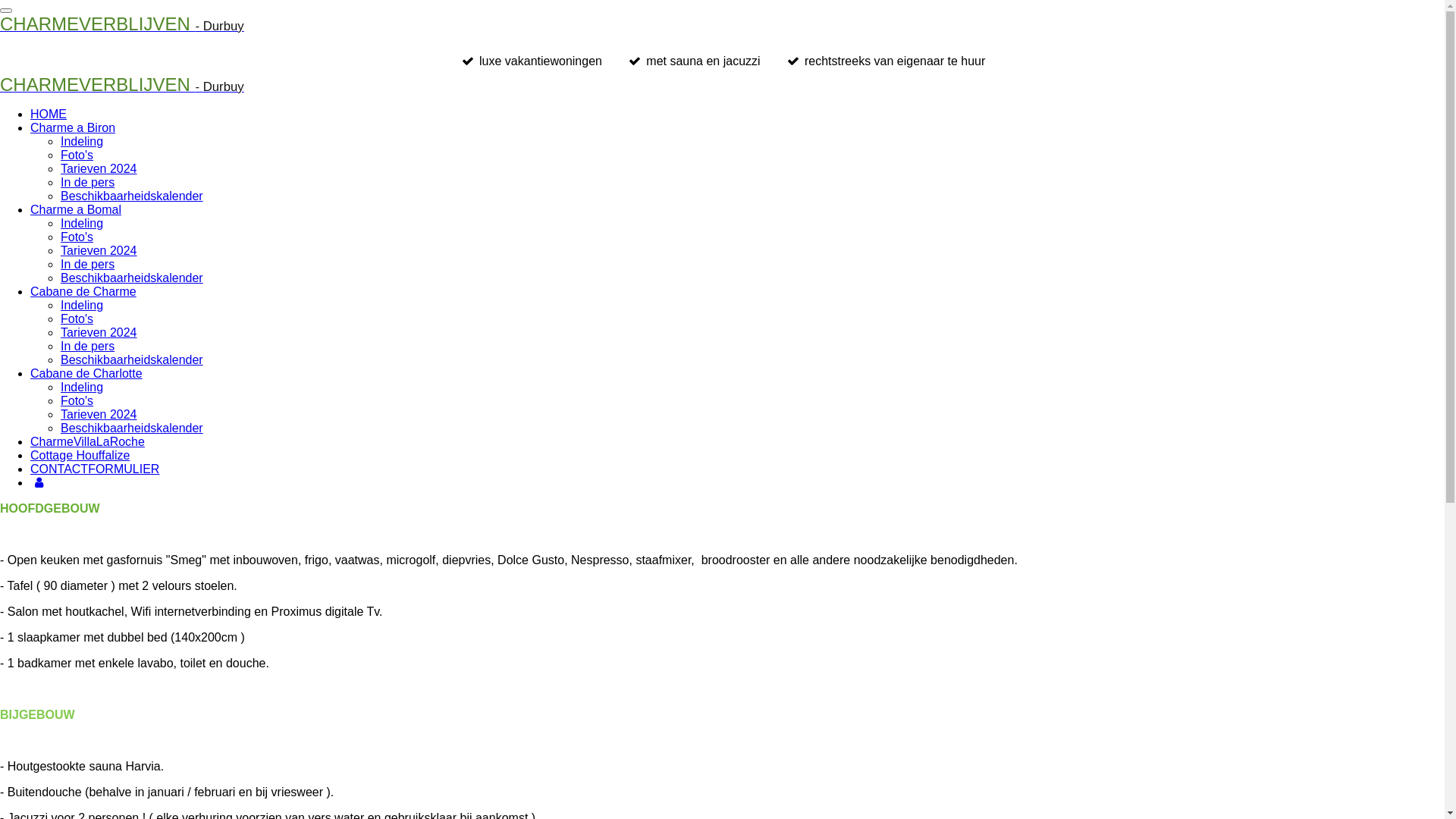 The height and width of the screenshot is (819, 1456). What do you see at coordinates (79, 454) in the screenshot?
I see `'Cottage Houffalize'` at bounding box center [79, 454].